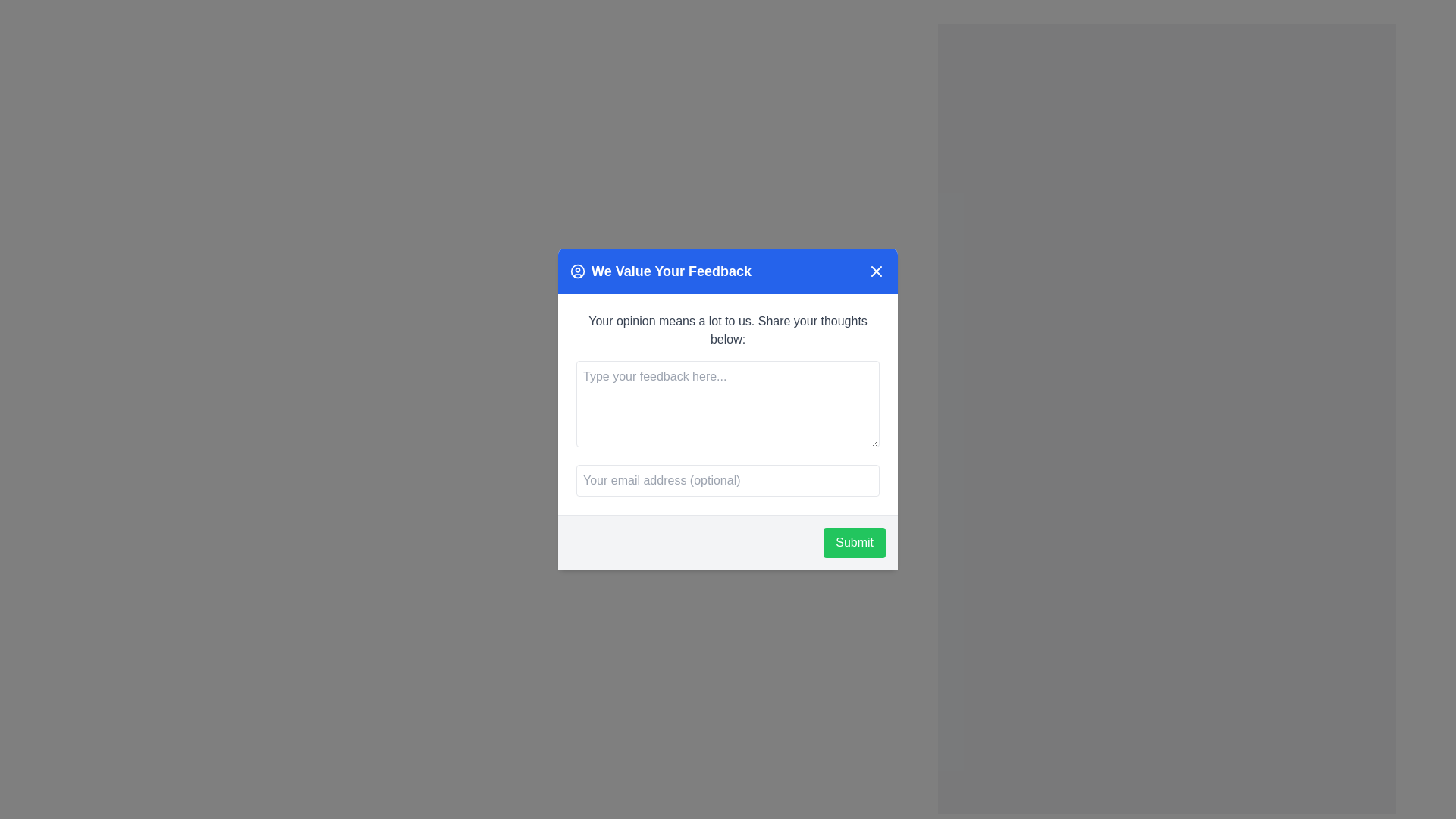  I want to click on the static text element providing instructions for feedback, located at the top of the feedback form, so click(728, 329).